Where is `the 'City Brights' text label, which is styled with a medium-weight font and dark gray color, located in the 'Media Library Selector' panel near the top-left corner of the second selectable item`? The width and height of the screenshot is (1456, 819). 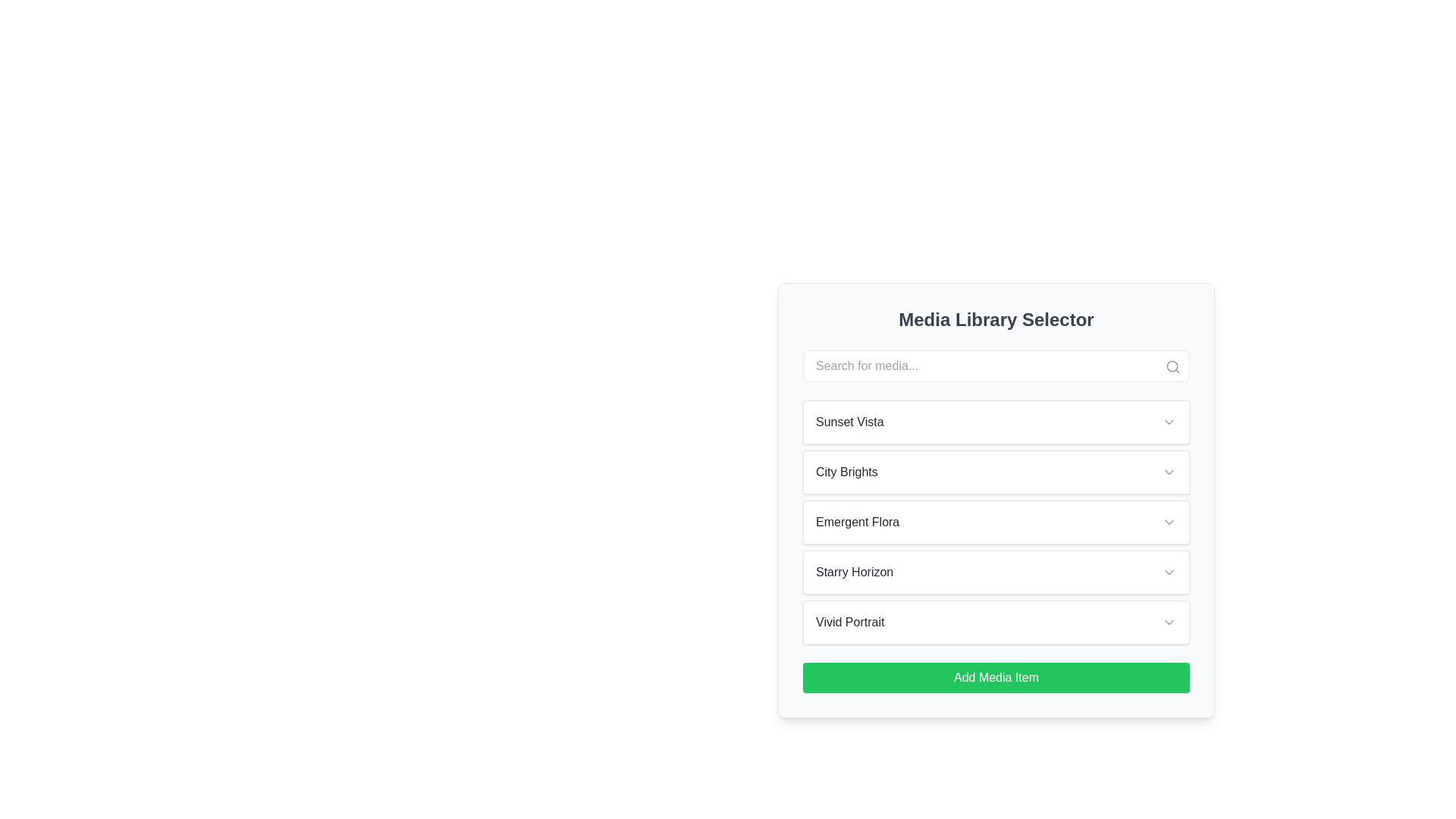
the 'City Brights' text label, which is styled with a medium-weight font and dark gray color, located in the 'Media Library Selector' panel near the top-left corner of the second selectable item is located at coordinates (846, 472).